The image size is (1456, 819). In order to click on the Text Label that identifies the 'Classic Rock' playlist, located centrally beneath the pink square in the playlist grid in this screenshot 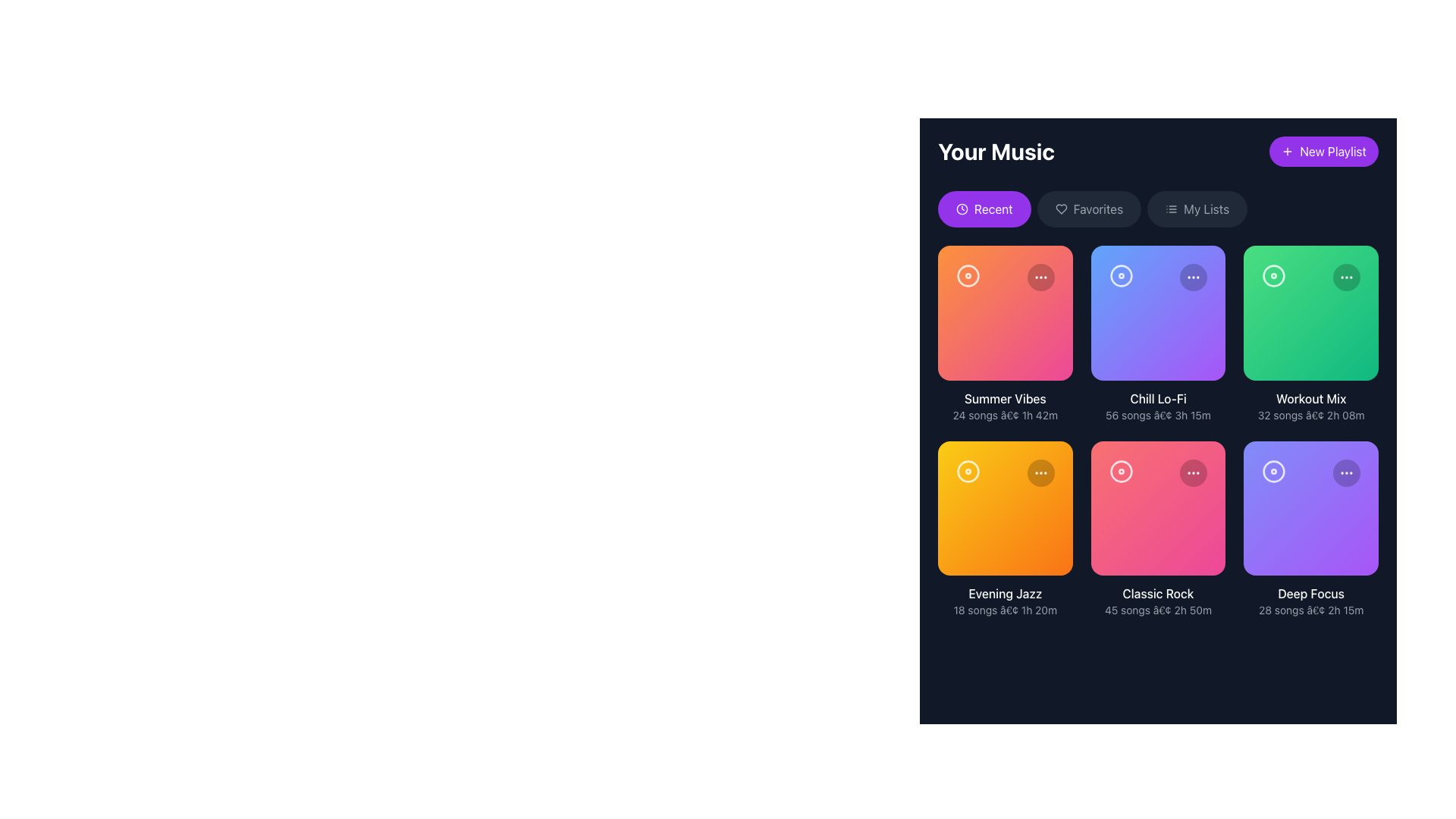, I will do `click(1157, 593)`.